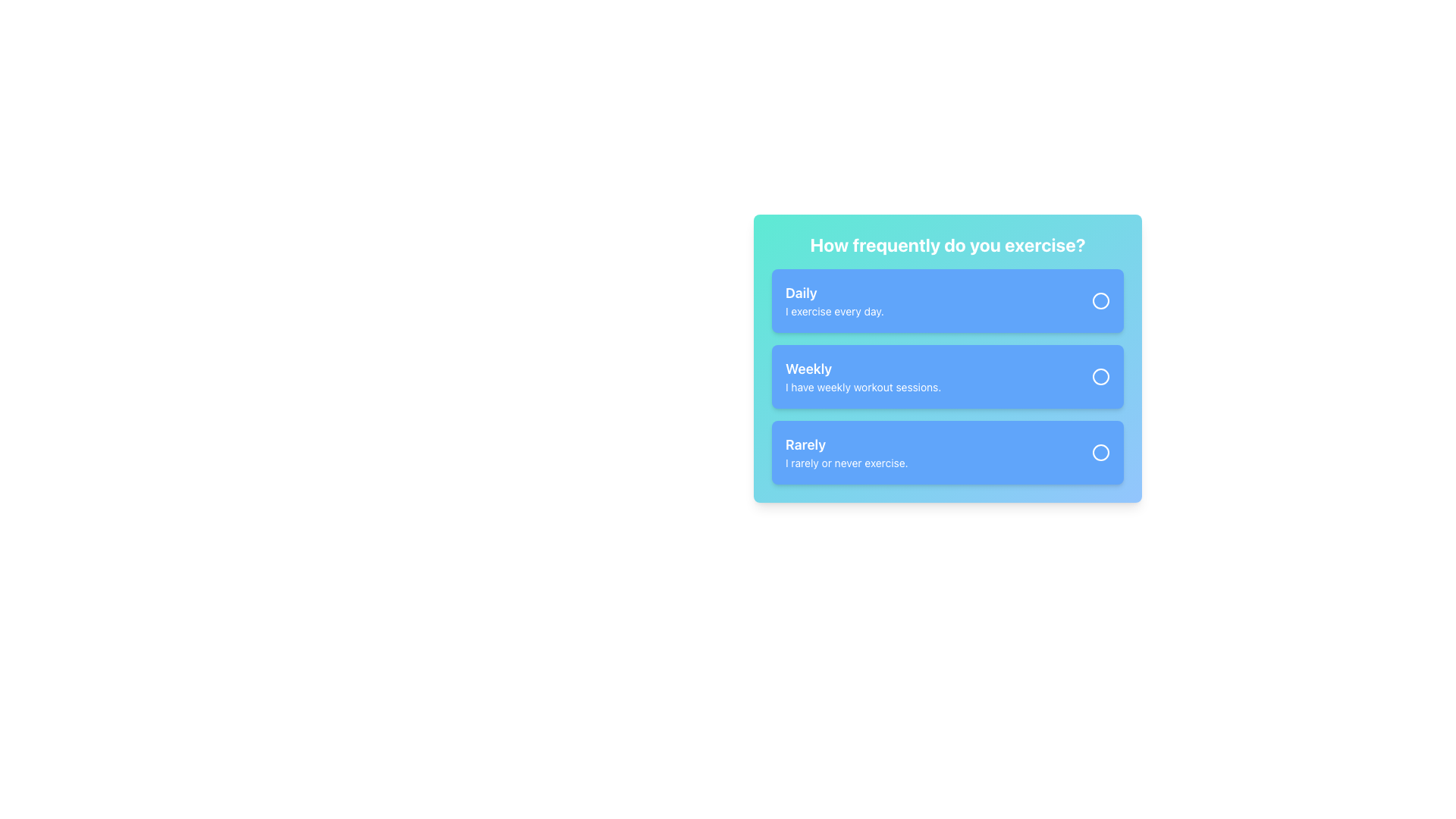 This screenshot has height=819, width=1456. I want to click on the third option button indicating rare or no exercise, located below the 'Daily' and 'Weekly' buttons, so click(946, 452).